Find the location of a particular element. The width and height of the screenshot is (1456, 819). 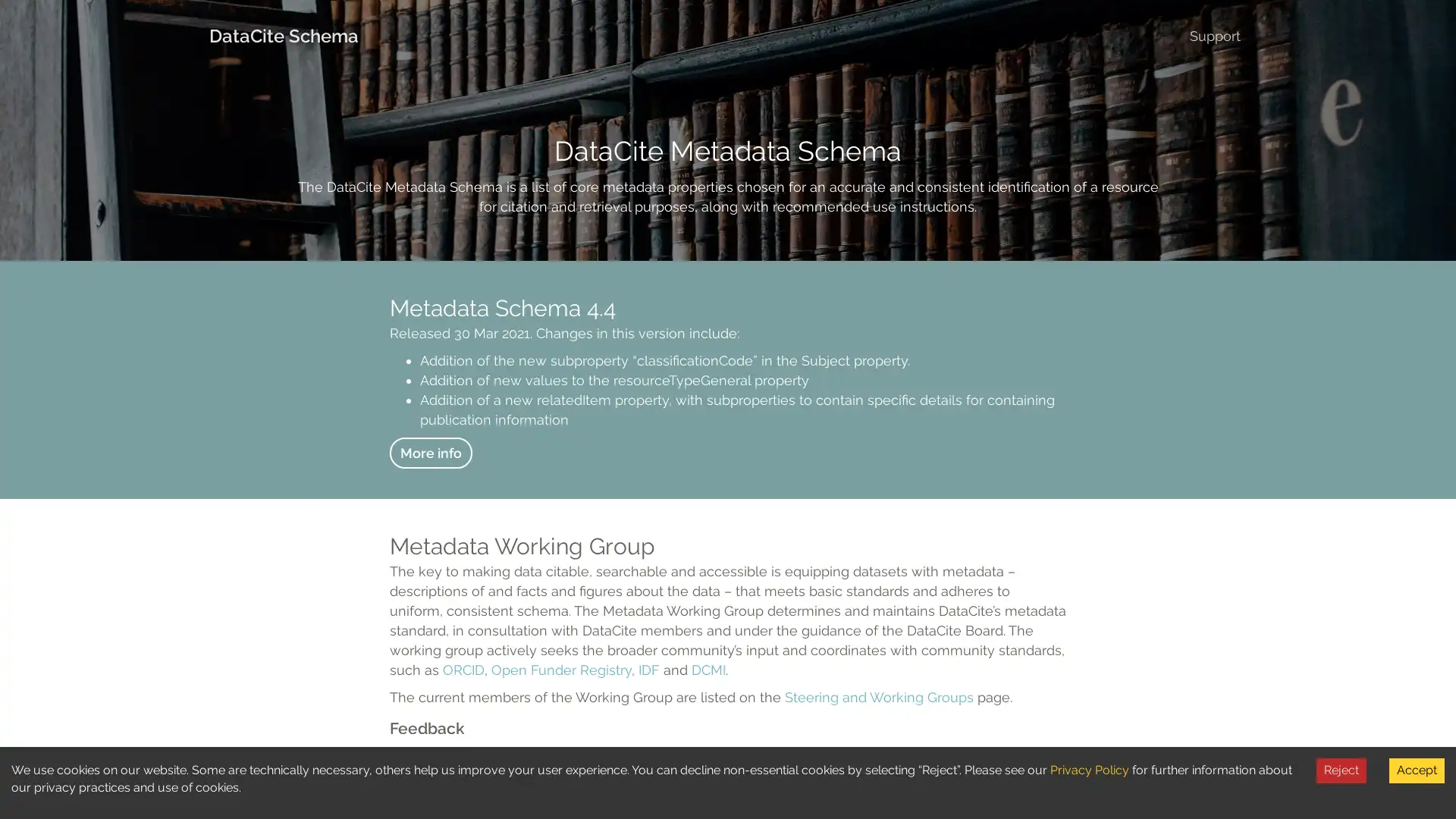

Decline cookies is located at coordinates (1341, 770).